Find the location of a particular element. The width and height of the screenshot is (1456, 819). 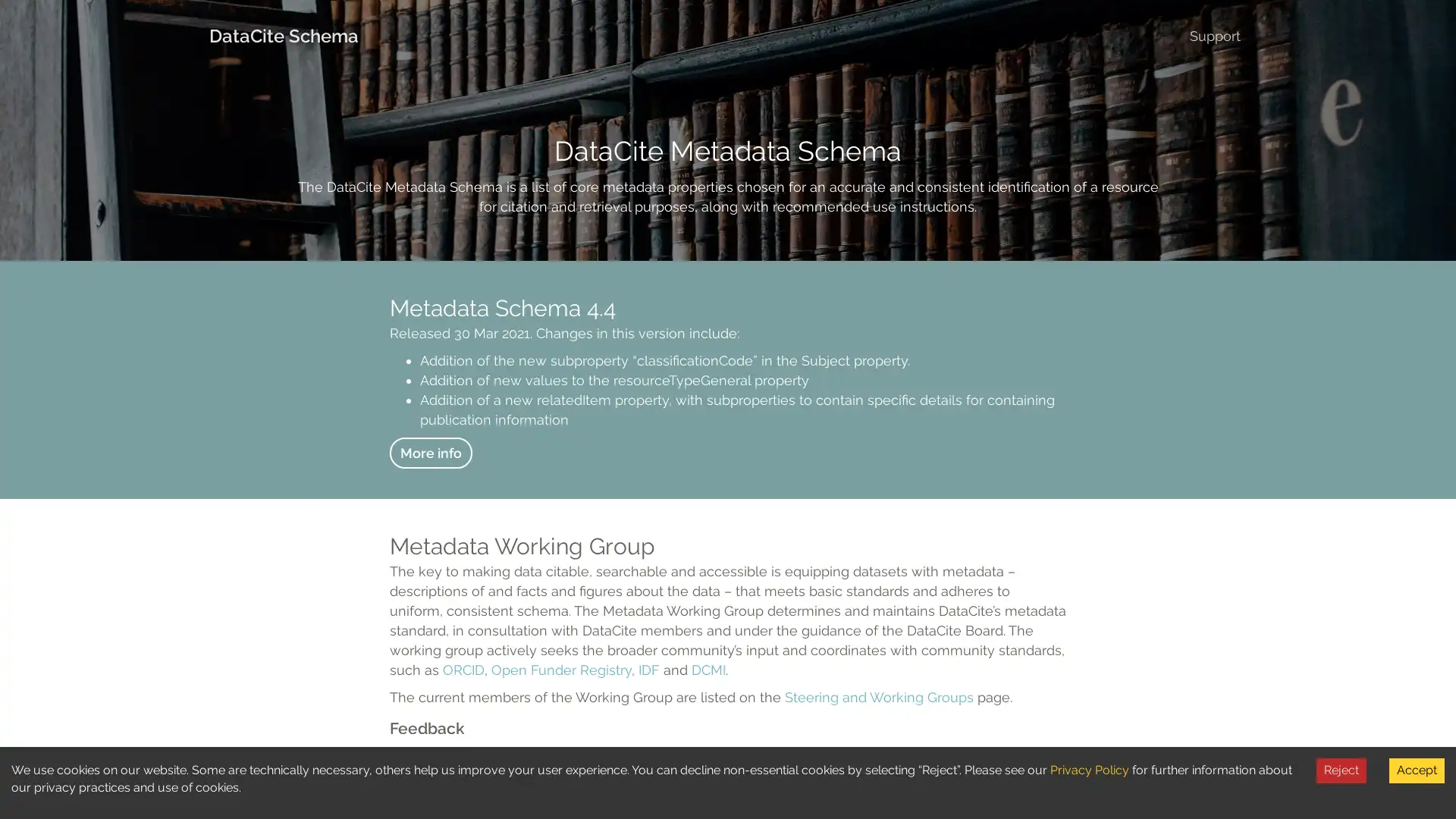

Decline cookies is located at coordinates (1341, 770).